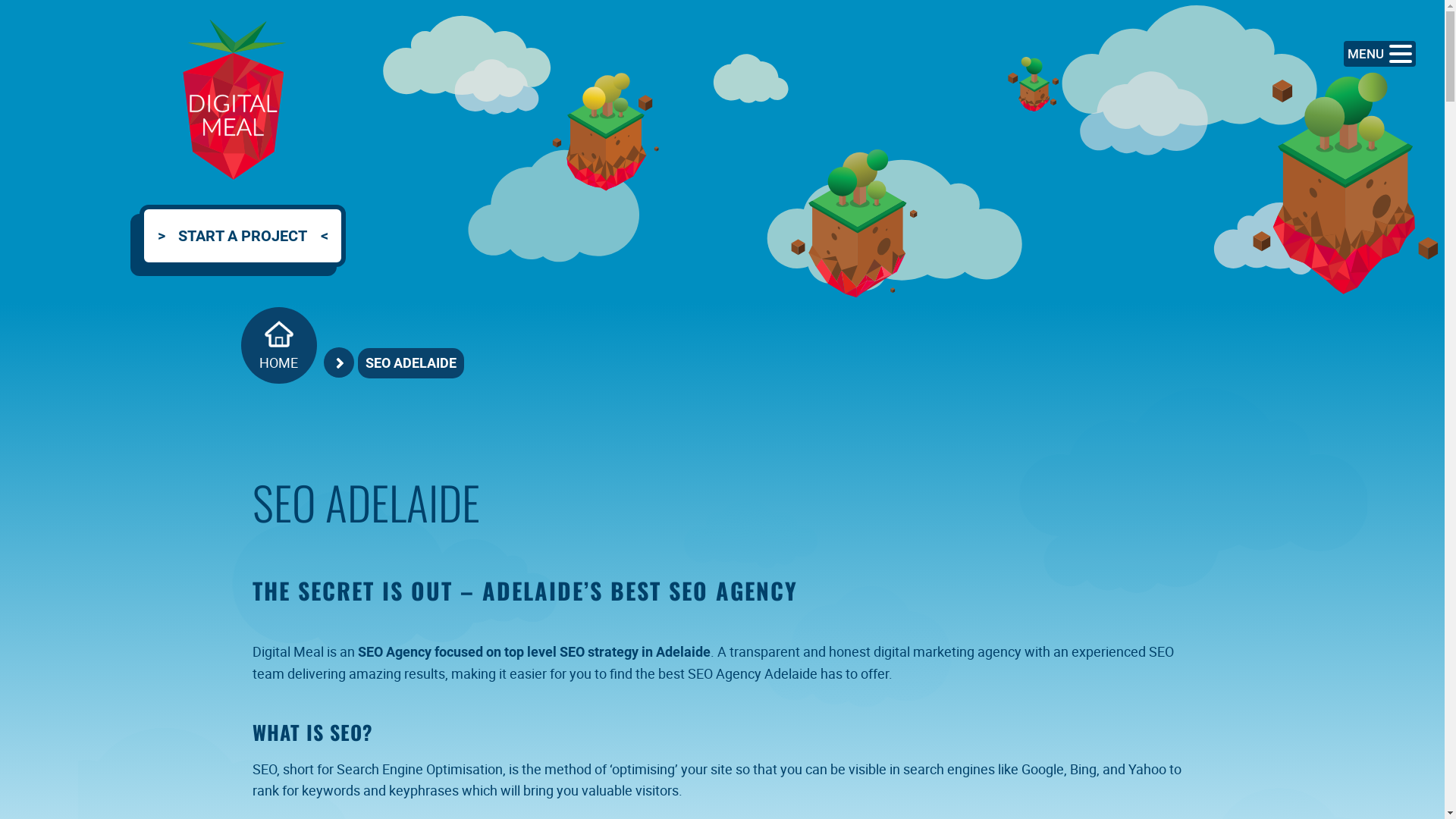 The width and height of the screenshot is (1456, 819). What do you see at coordinates (232, 244) in the screenshot?
I see `'START A PROJECT'` at bounding box center [232, 244].